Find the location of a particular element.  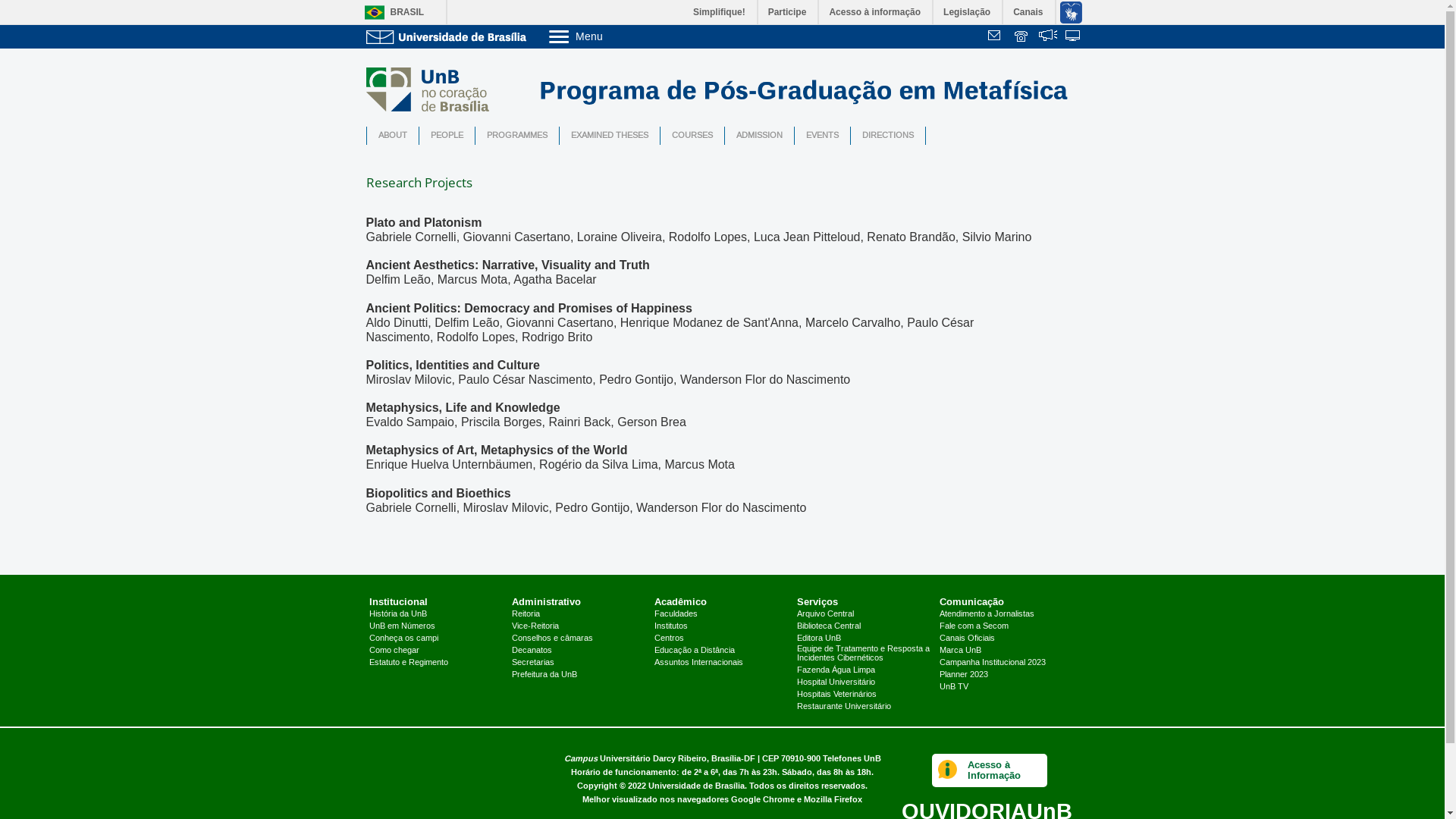

'Canais' is located at coordinates (1028, 11).